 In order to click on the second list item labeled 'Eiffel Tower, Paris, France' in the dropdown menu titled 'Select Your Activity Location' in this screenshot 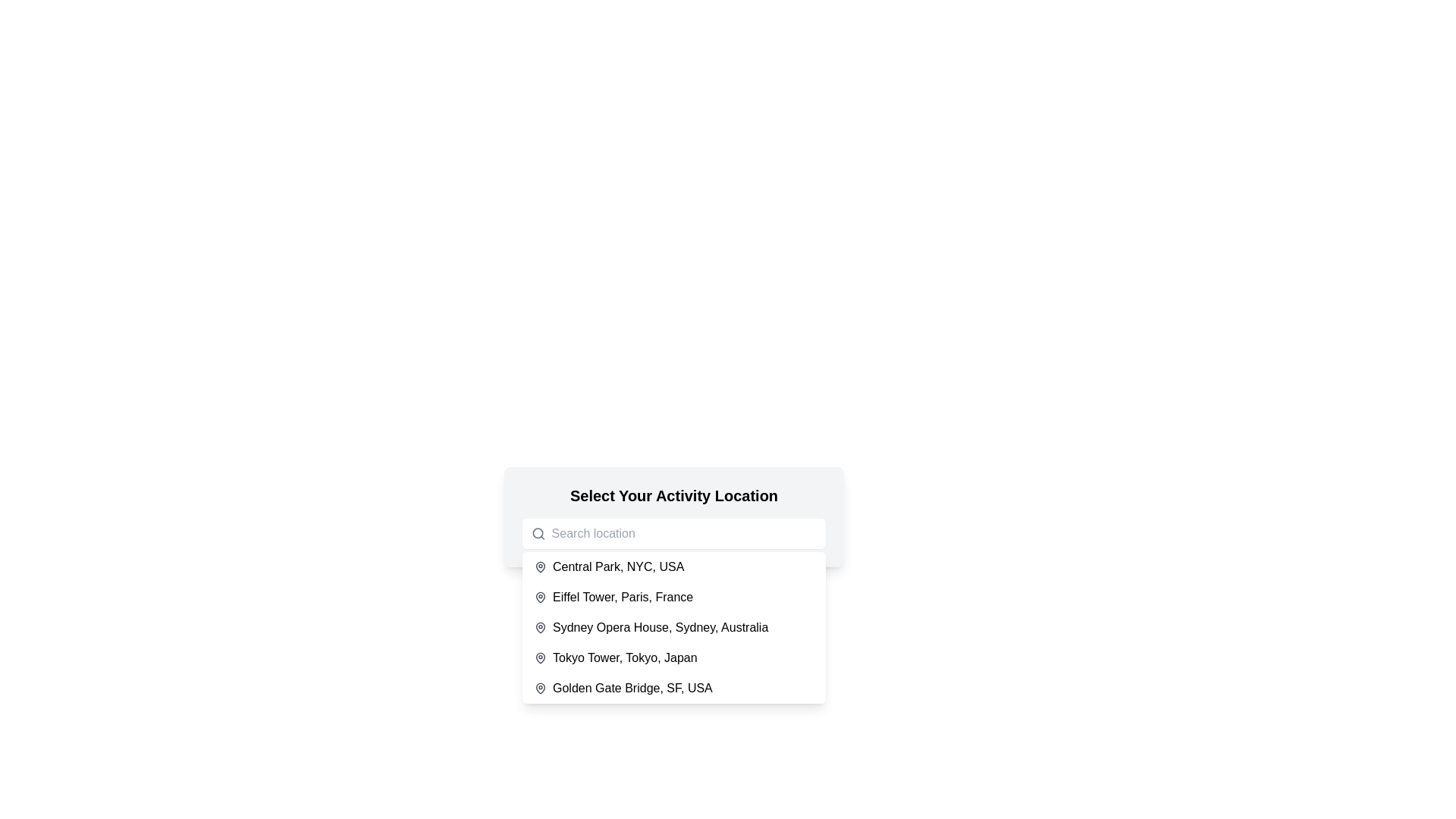, I will do `click(673, 596)`.